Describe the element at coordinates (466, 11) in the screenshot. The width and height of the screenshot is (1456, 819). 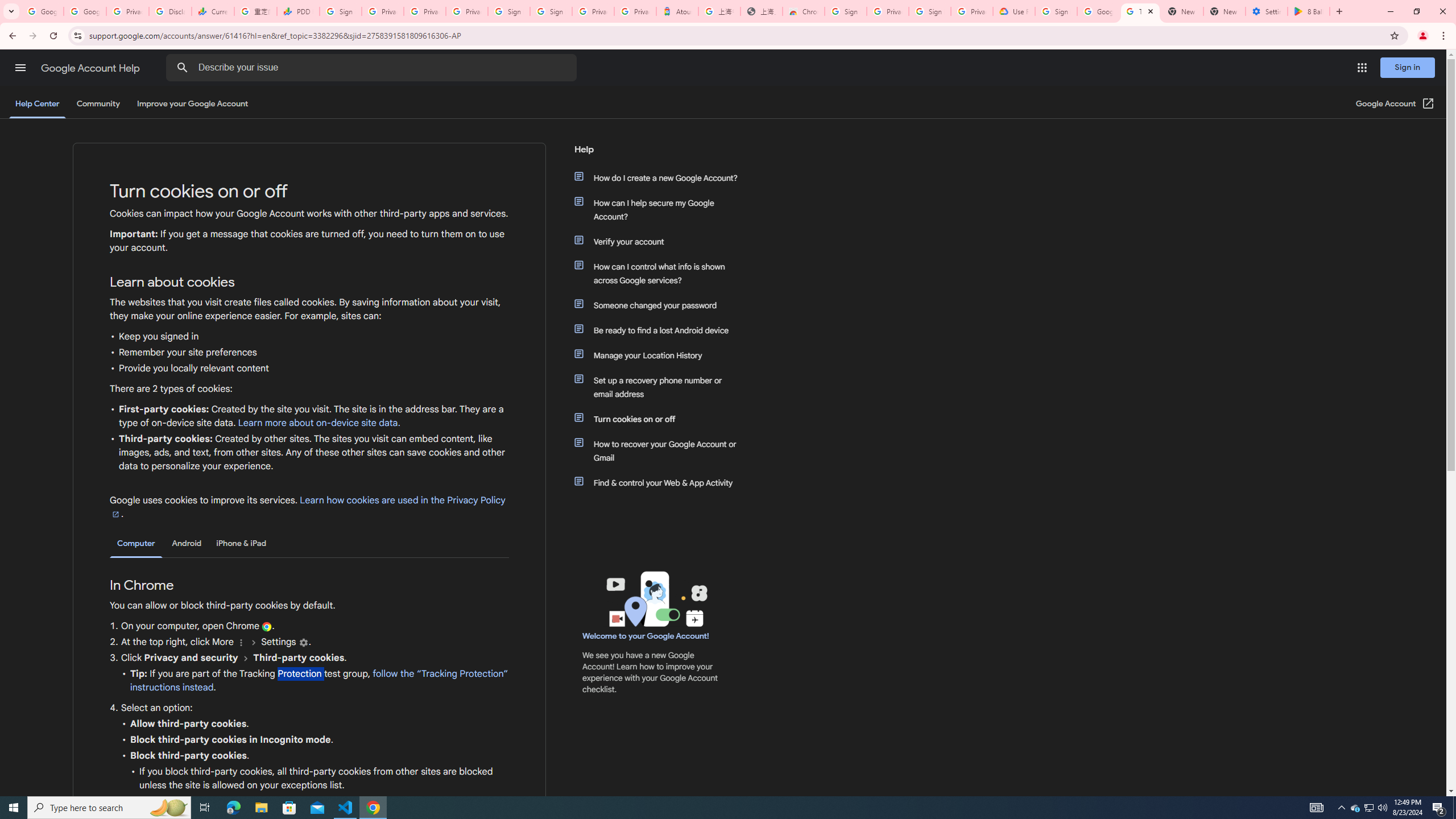
I see `'Privacy Checkup'` at that location.